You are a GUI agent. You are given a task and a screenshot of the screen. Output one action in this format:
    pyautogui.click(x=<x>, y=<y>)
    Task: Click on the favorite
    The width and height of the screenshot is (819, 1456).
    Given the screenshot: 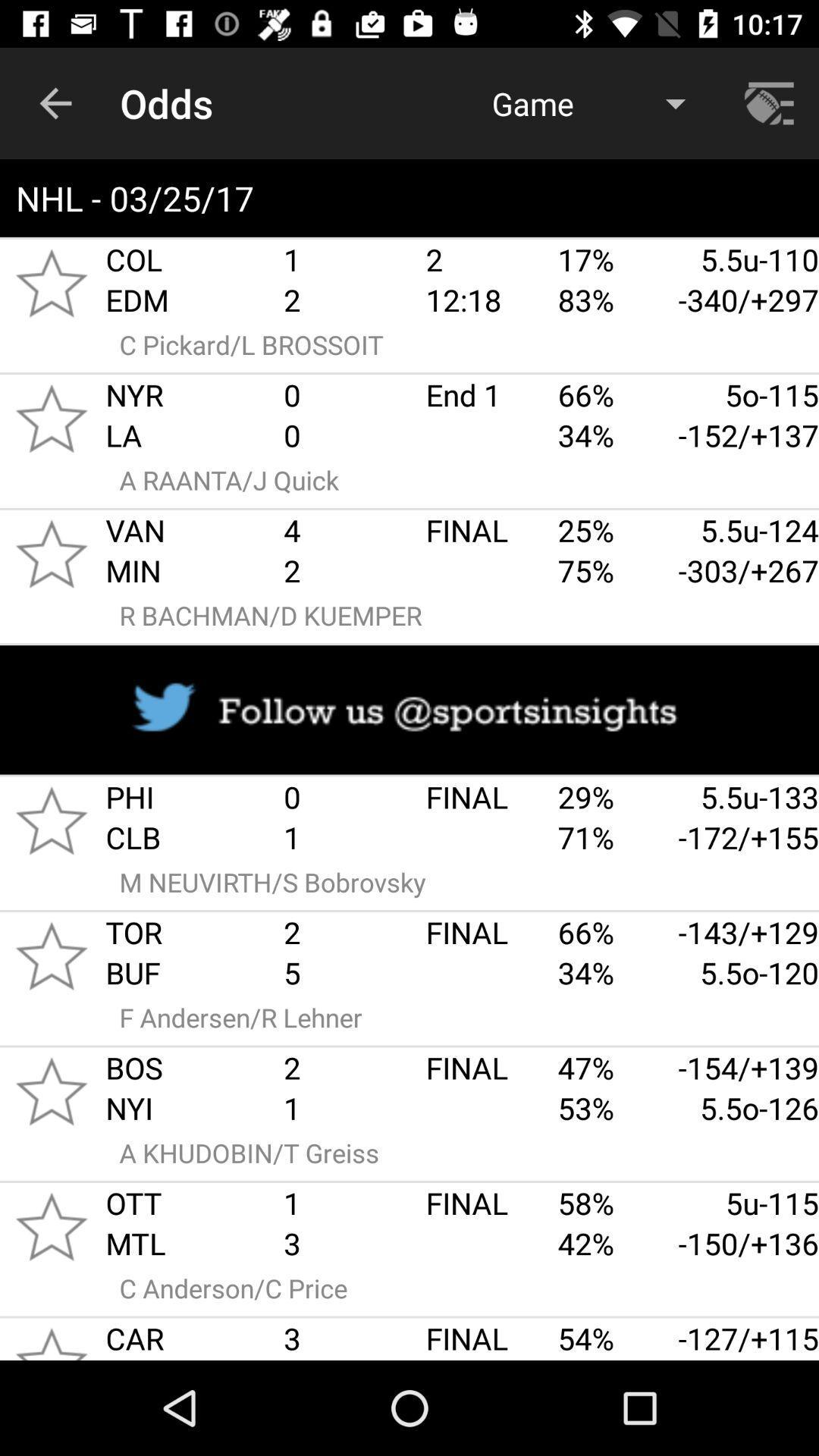 What is the action you would take?
    pyautogui.click(x=51, y=955)
    